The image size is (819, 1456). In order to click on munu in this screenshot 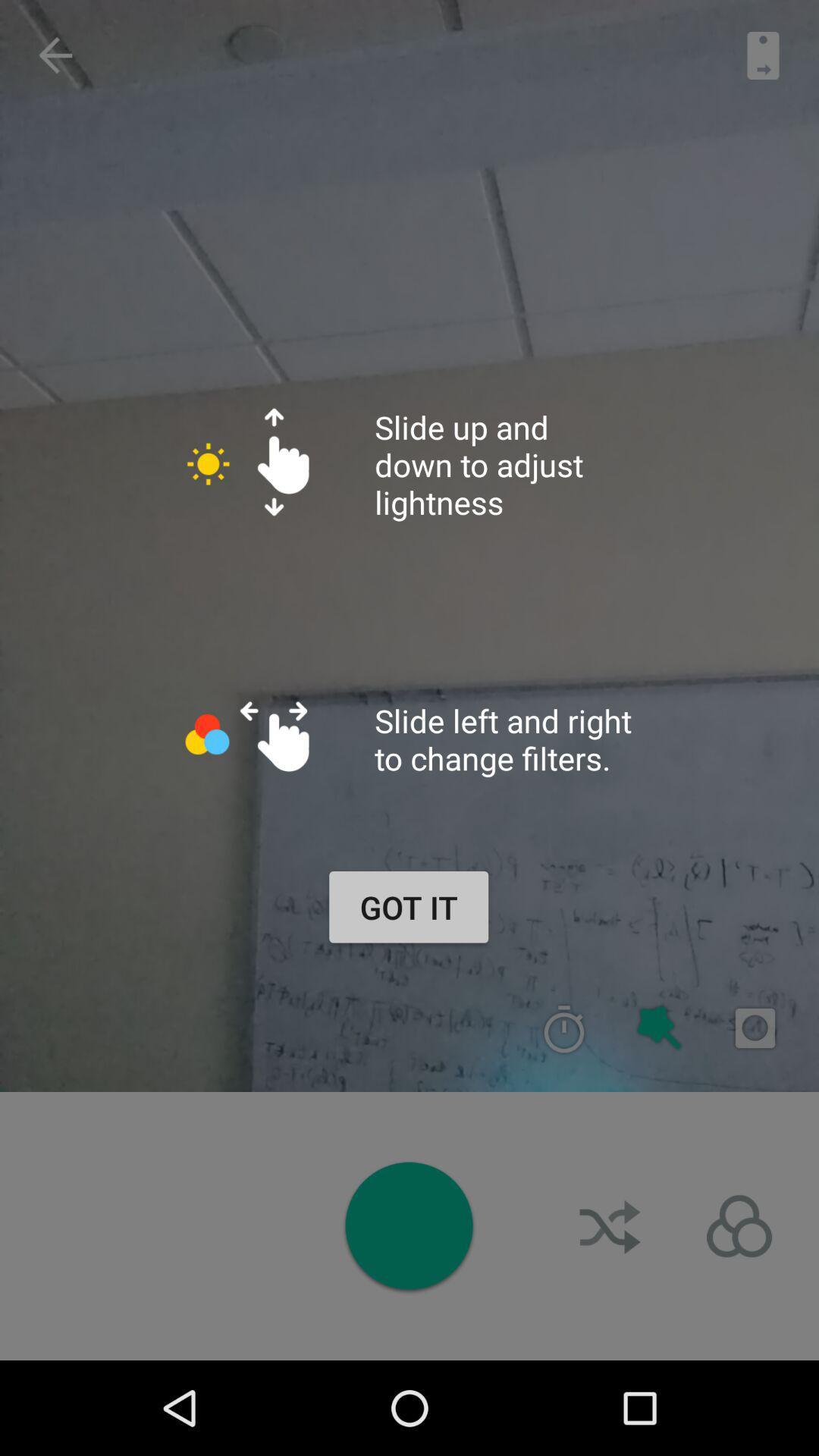, I will do `click(739, 1226)`.